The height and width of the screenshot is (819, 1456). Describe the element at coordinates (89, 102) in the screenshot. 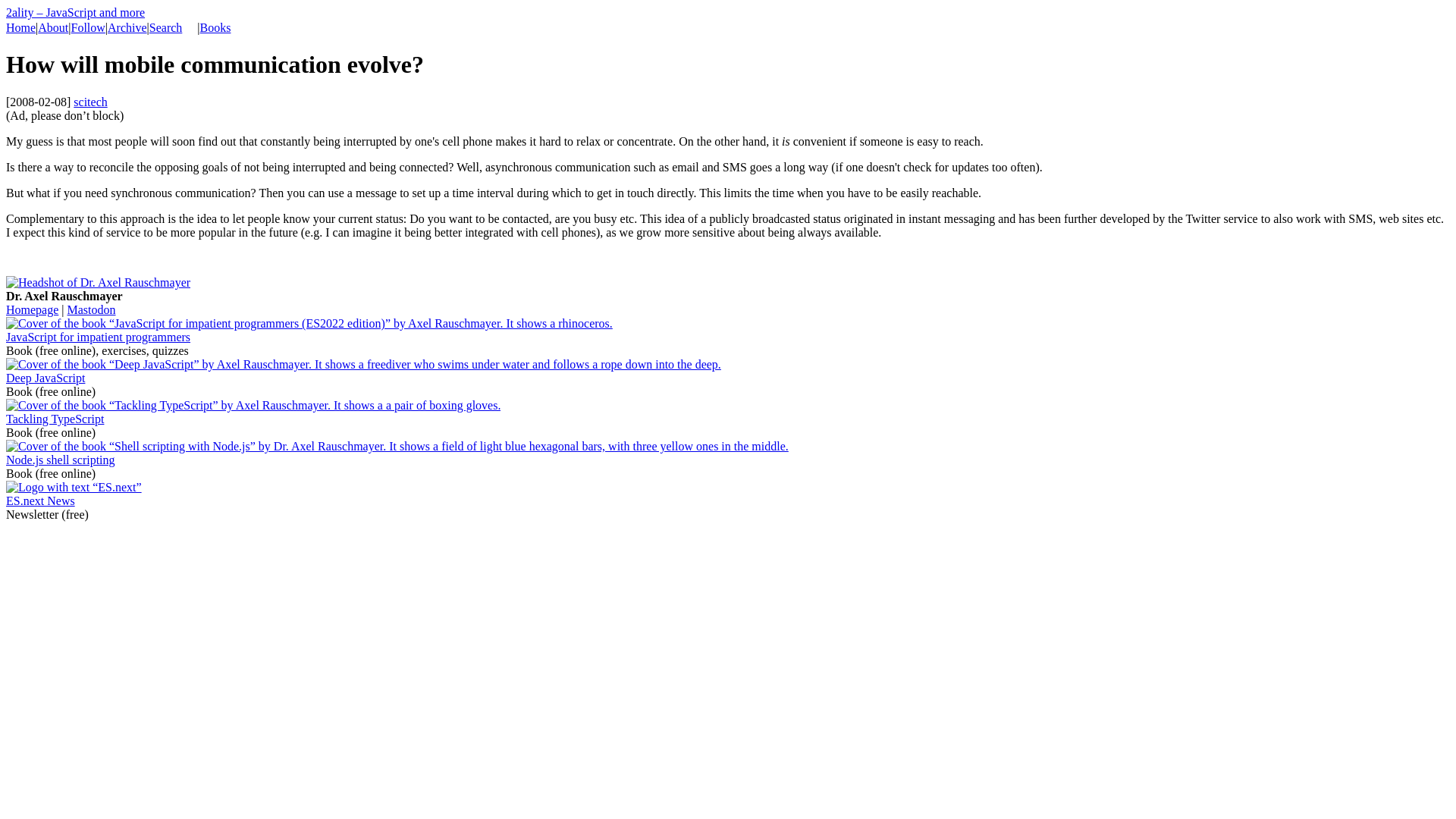

I see `'scitech'` at that location.